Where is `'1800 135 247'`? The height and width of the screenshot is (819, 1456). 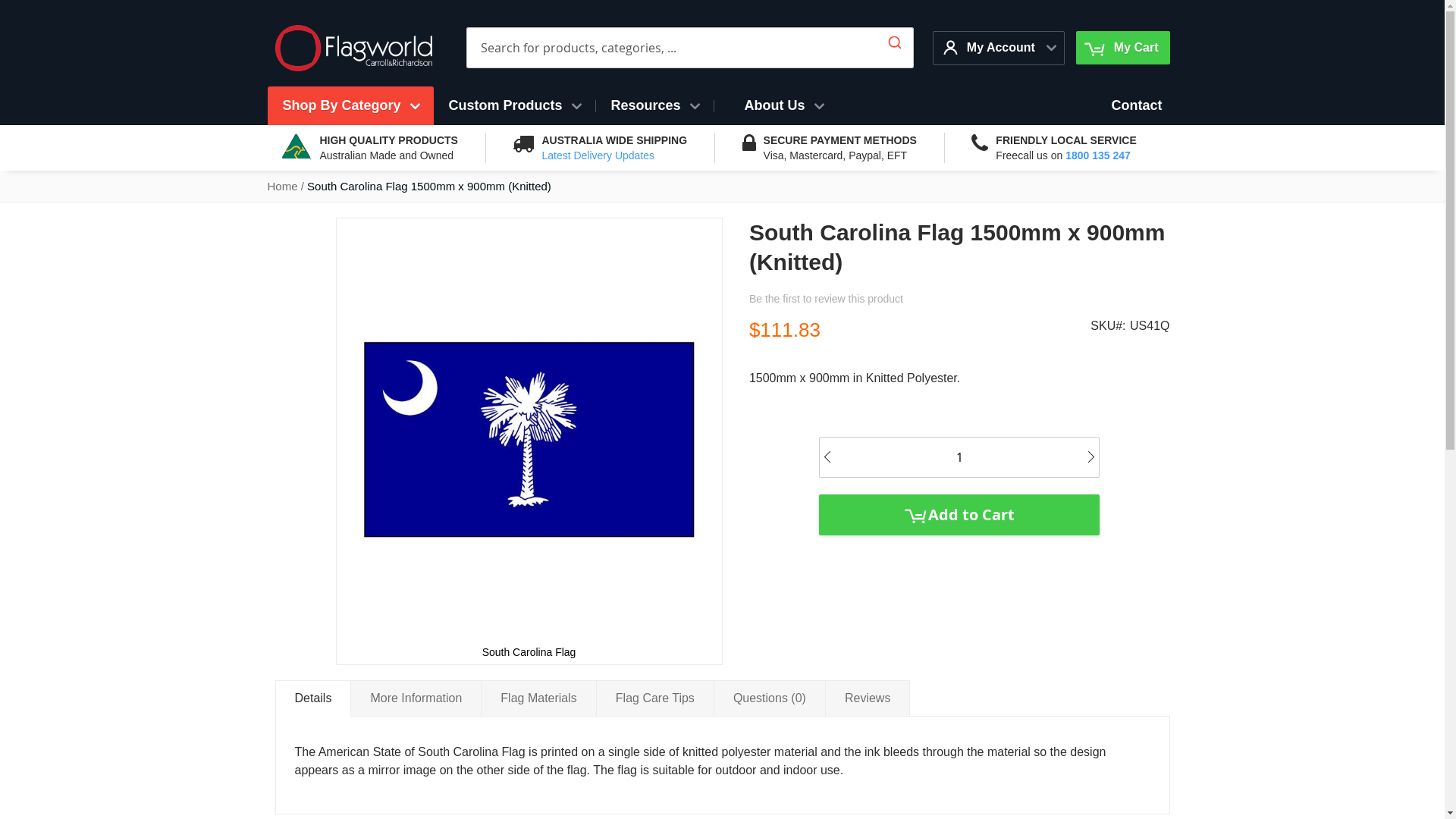
'1800 135 247' is located at coordinates (1098, 155).